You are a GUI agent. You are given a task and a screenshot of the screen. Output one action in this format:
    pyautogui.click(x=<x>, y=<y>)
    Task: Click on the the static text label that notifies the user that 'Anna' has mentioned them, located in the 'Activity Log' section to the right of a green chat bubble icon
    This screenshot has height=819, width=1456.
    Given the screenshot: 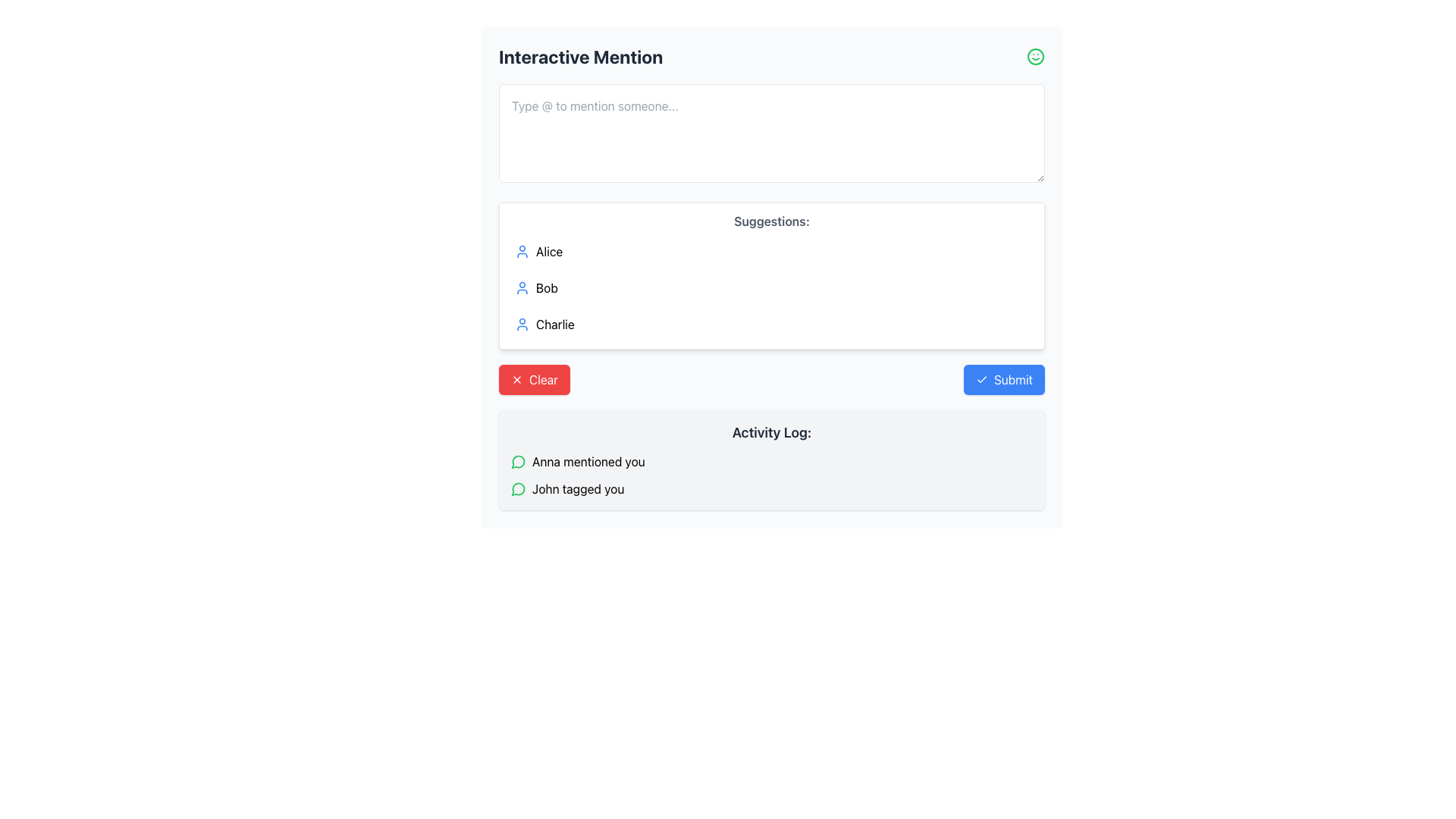 What is the action you would take?
    pyautogui.click(x=588, y=461)
    